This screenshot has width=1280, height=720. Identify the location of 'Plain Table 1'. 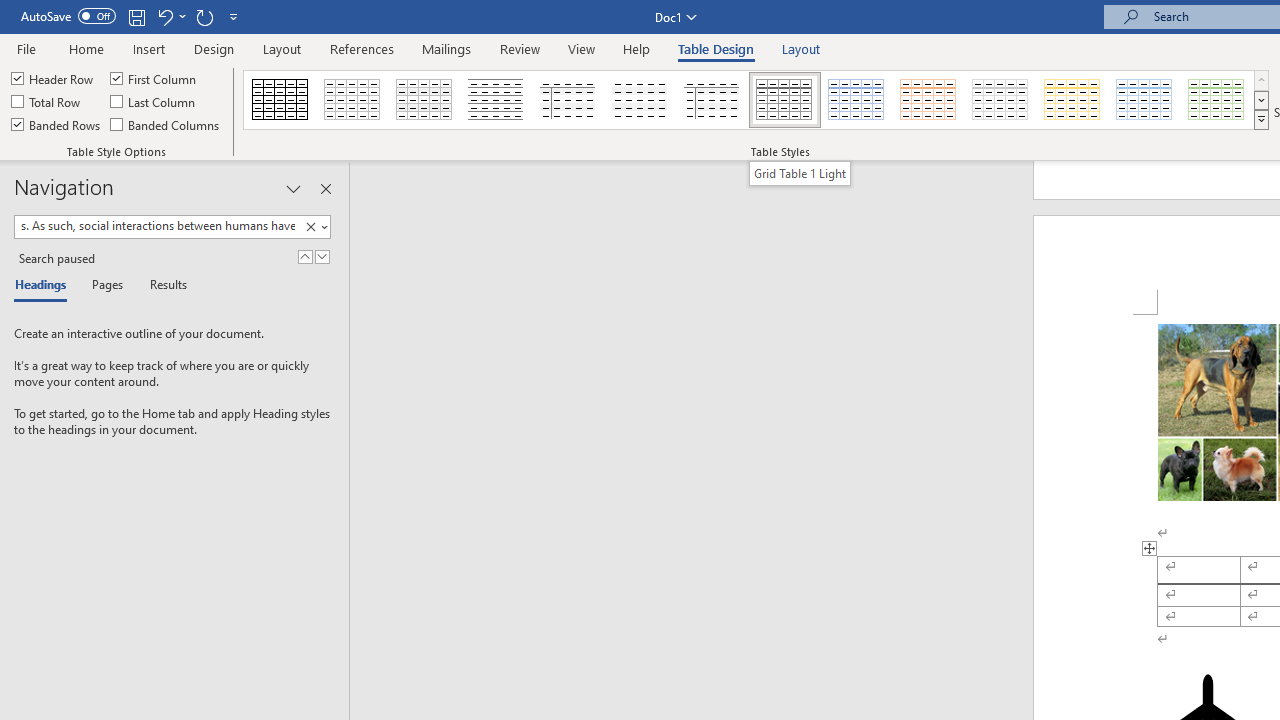
(423, 100).